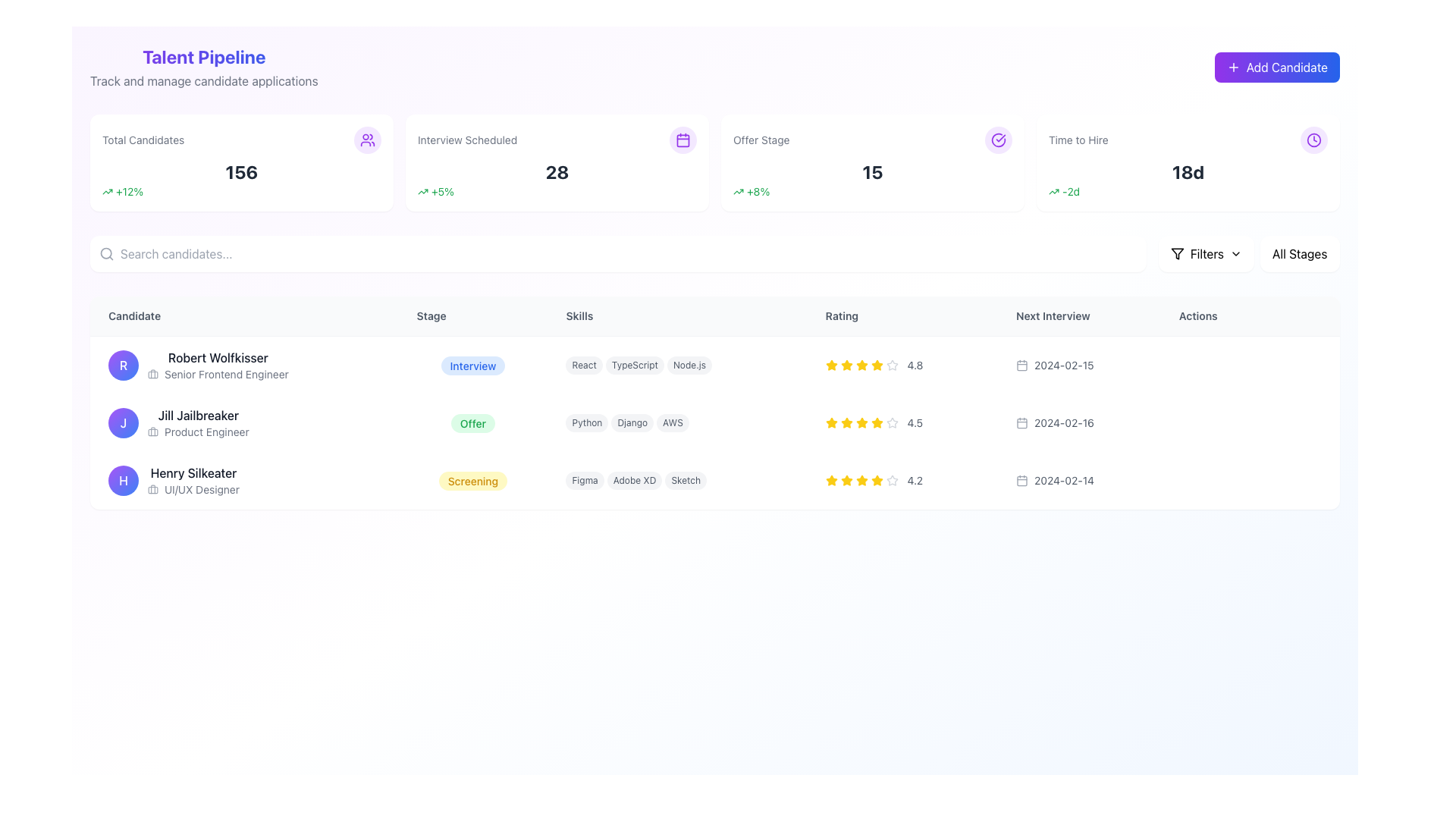  I want to click on the icon representing the professional context for 'Robert Wolfkisser', the Senior Frontend Engineer, located to the left of the name and title, so click(152, 374).